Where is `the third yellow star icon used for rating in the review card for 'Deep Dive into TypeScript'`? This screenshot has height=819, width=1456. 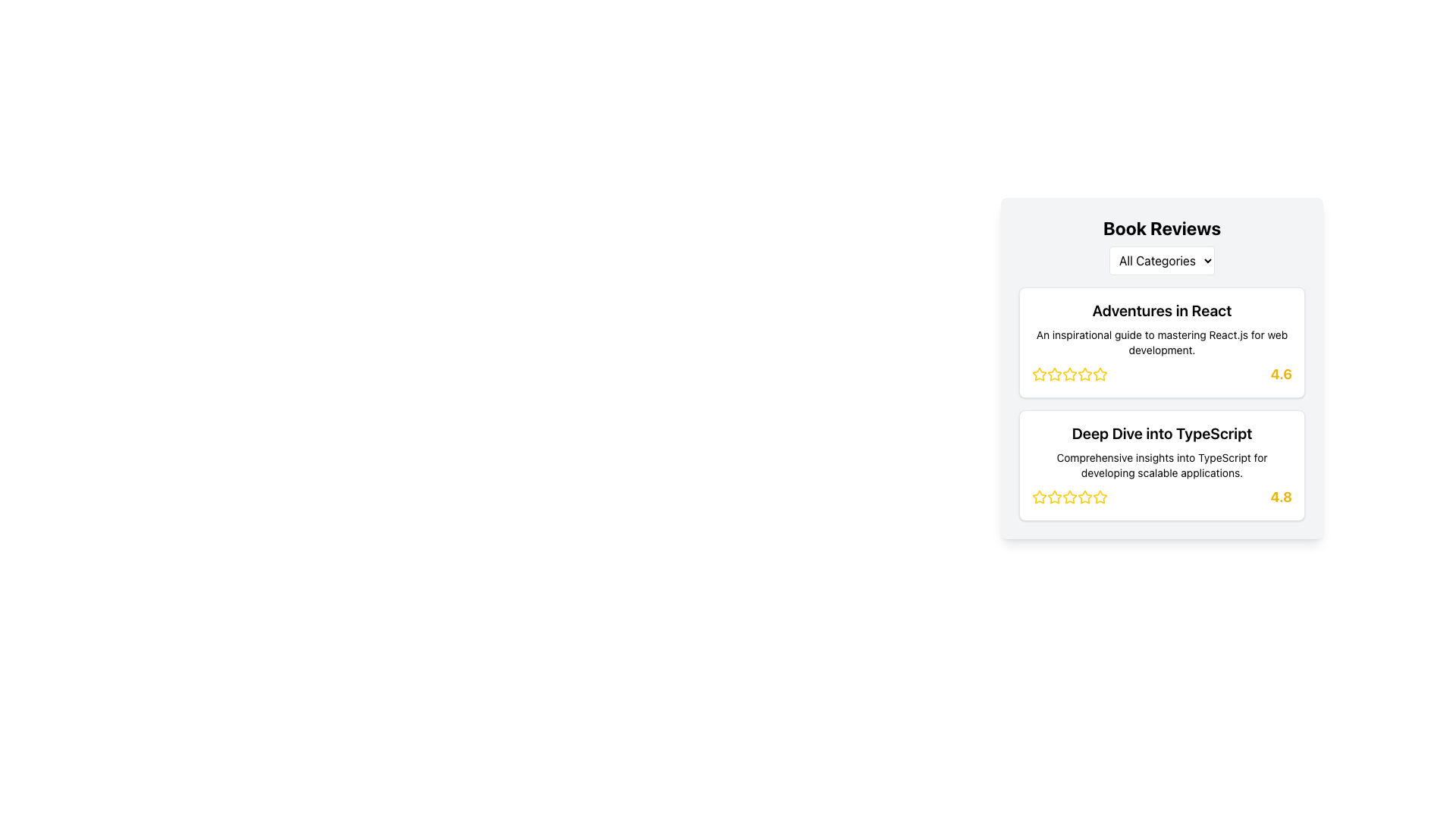
the third yellow star icon used for rating in the review card for 'Deep Dive into TypeScript' is located at coordinates (1084, 497).